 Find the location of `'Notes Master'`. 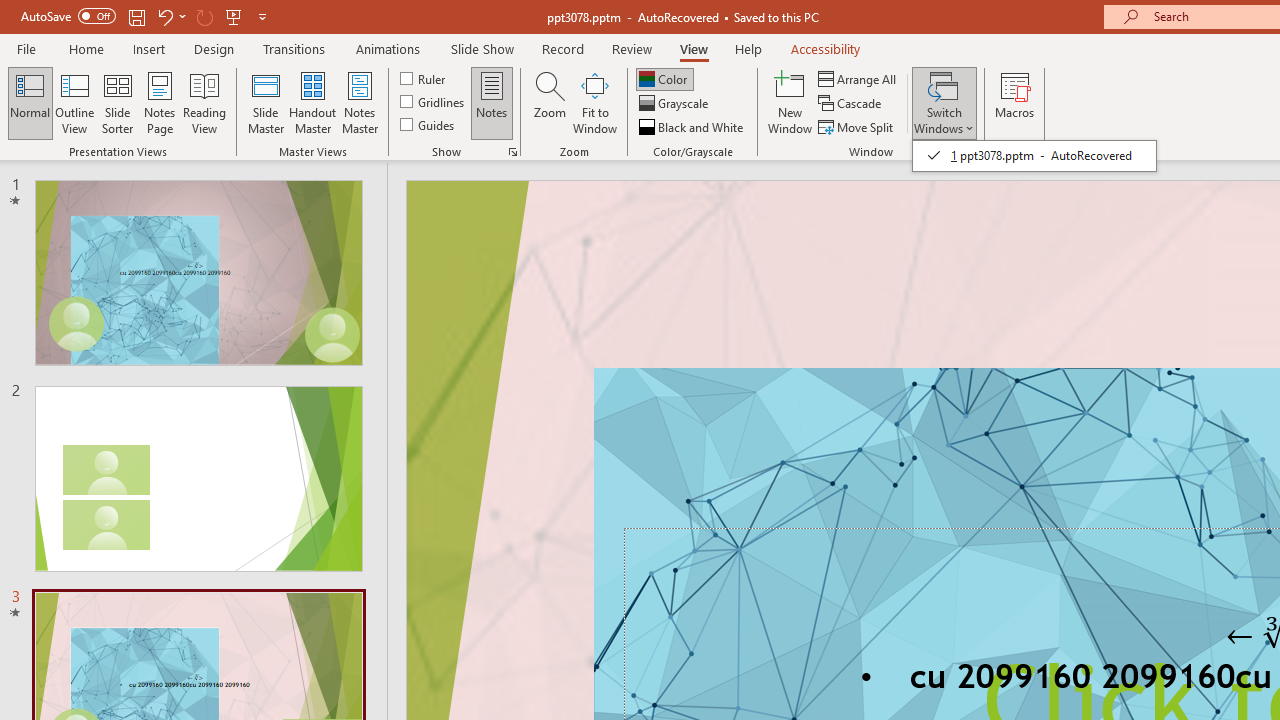

'Notes Master' is located at coordinates (360, 103).